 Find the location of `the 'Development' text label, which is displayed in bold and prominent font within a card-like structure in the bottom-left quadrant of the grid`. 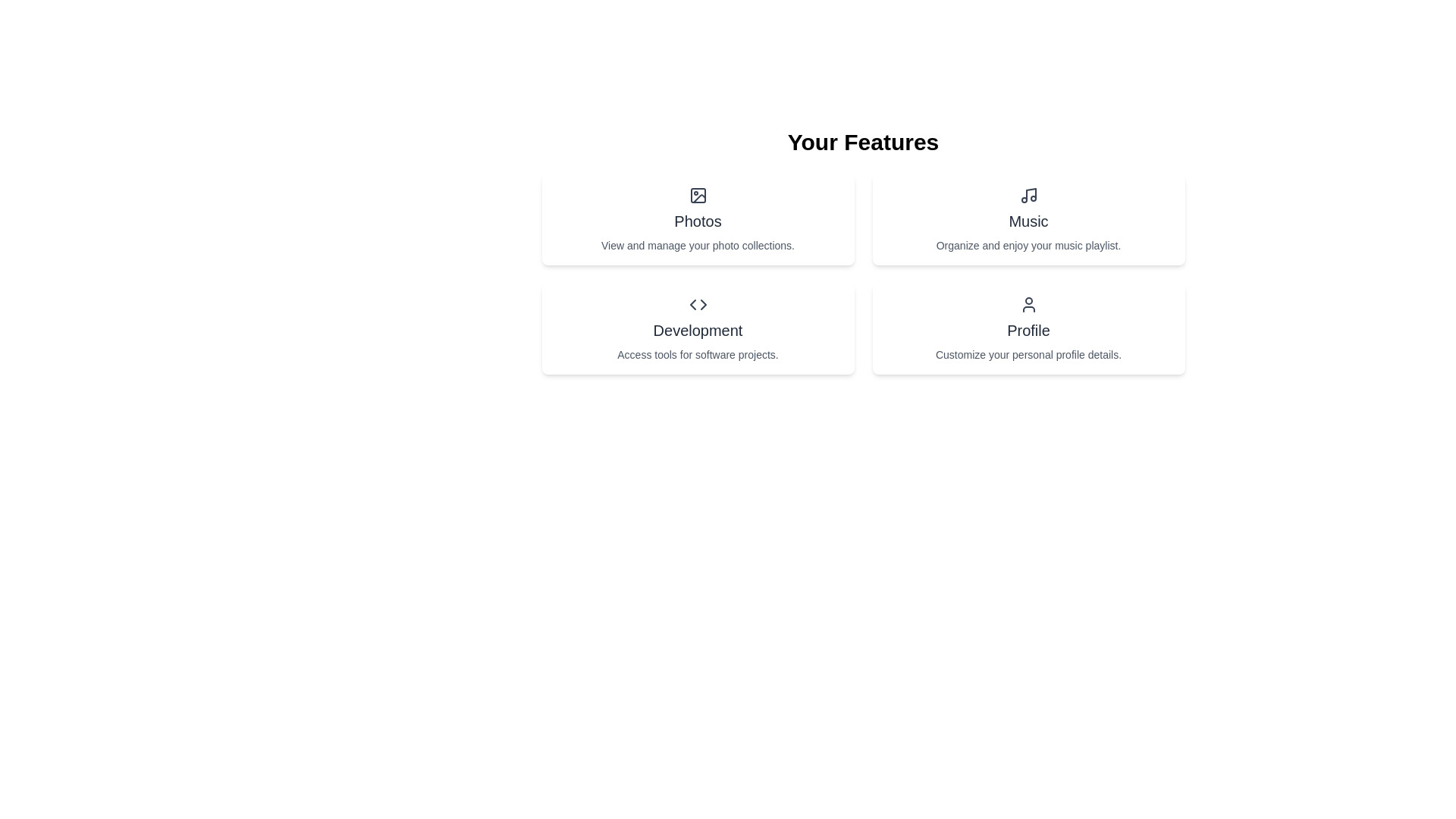

the 'Development' text label, which is displayed in bold and prominent font within a card-like structure in the bottom-left quadrant of the grid is located at coordinates (697, 329).